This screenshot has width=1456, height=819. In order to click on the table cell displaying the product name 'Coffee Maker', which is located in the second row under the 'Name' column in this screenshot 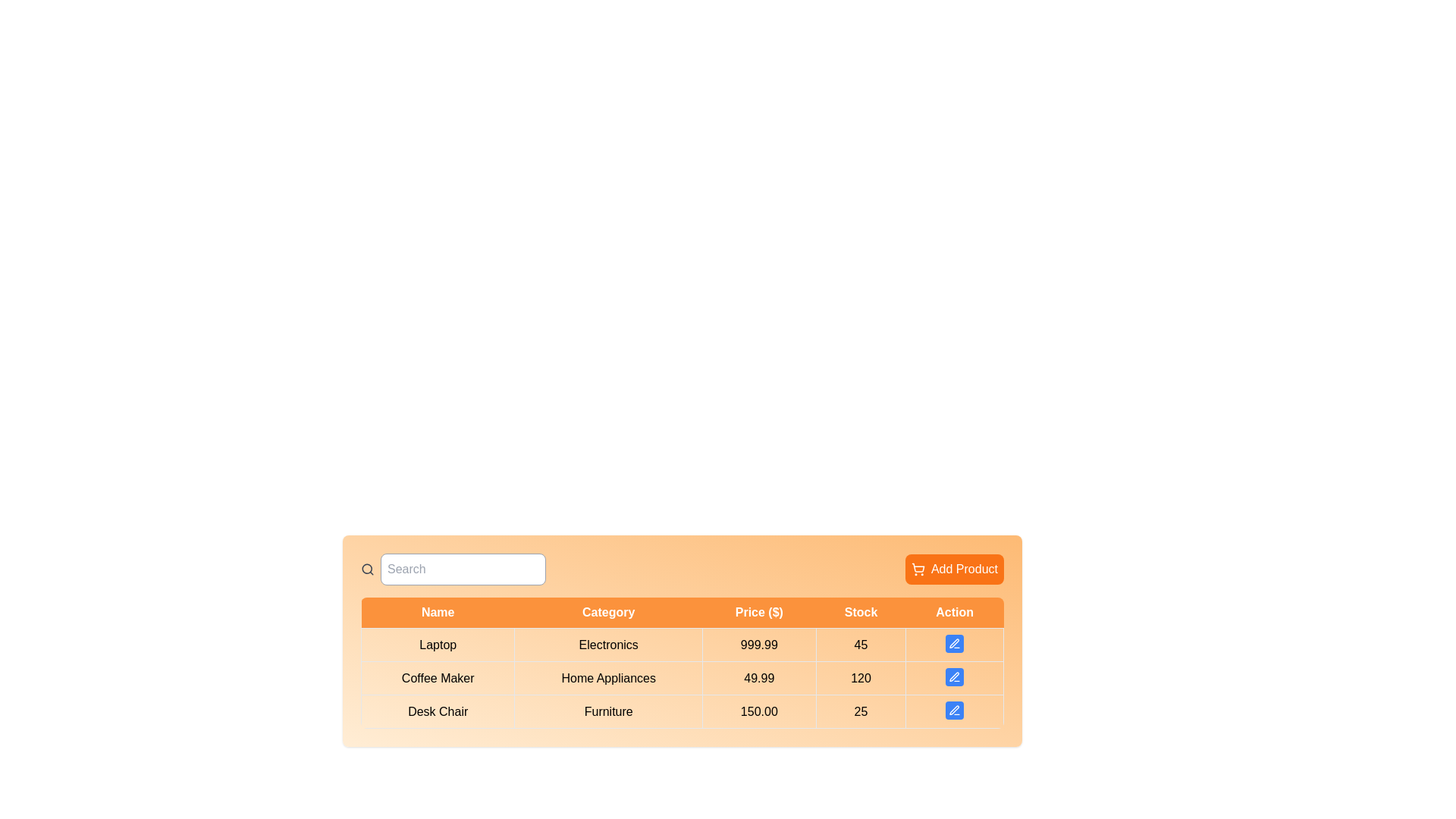, I will do `click(437, 677)`.